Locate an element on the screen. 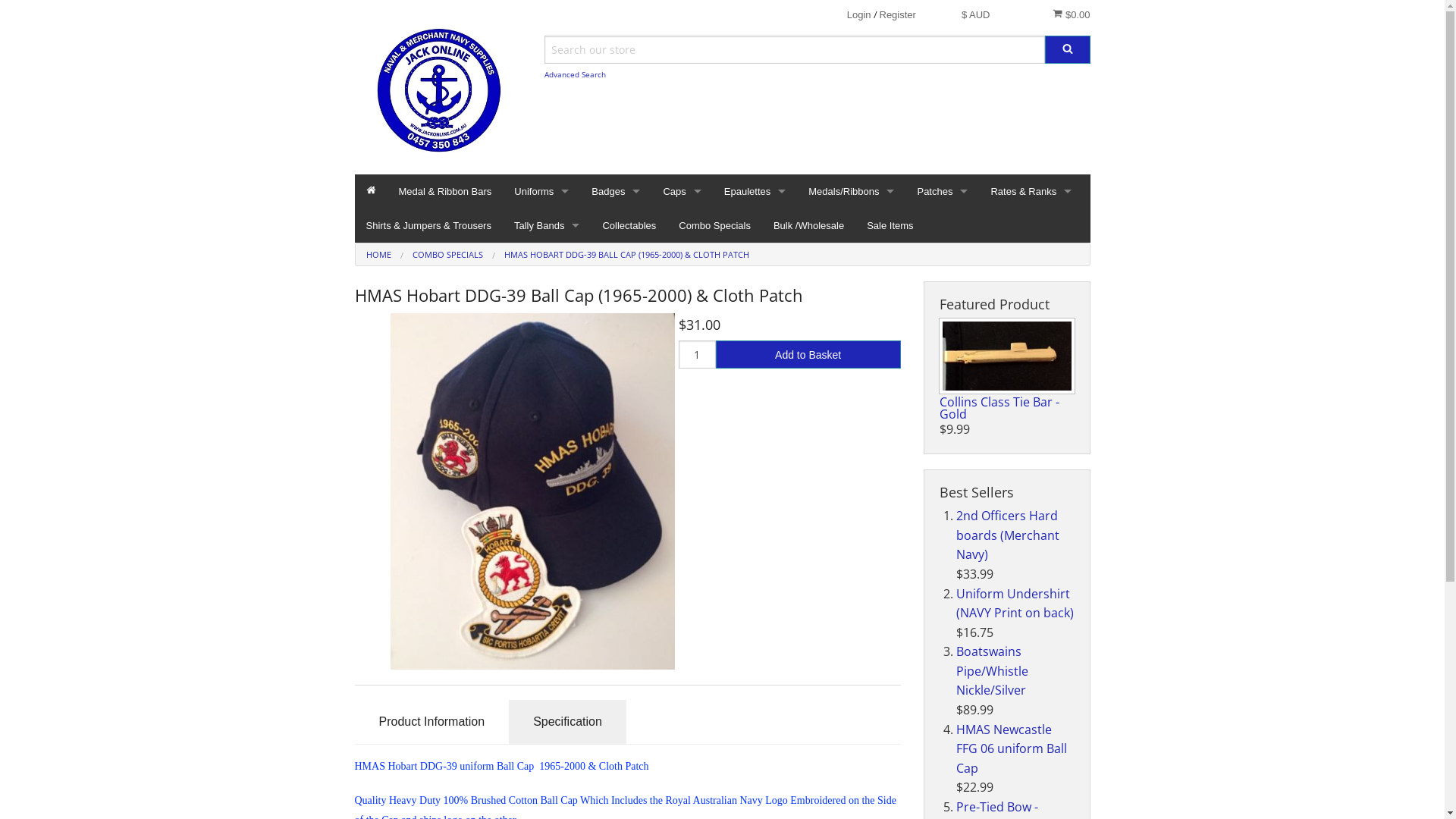  'Charter Boats' is located at coordinates (755, 243).